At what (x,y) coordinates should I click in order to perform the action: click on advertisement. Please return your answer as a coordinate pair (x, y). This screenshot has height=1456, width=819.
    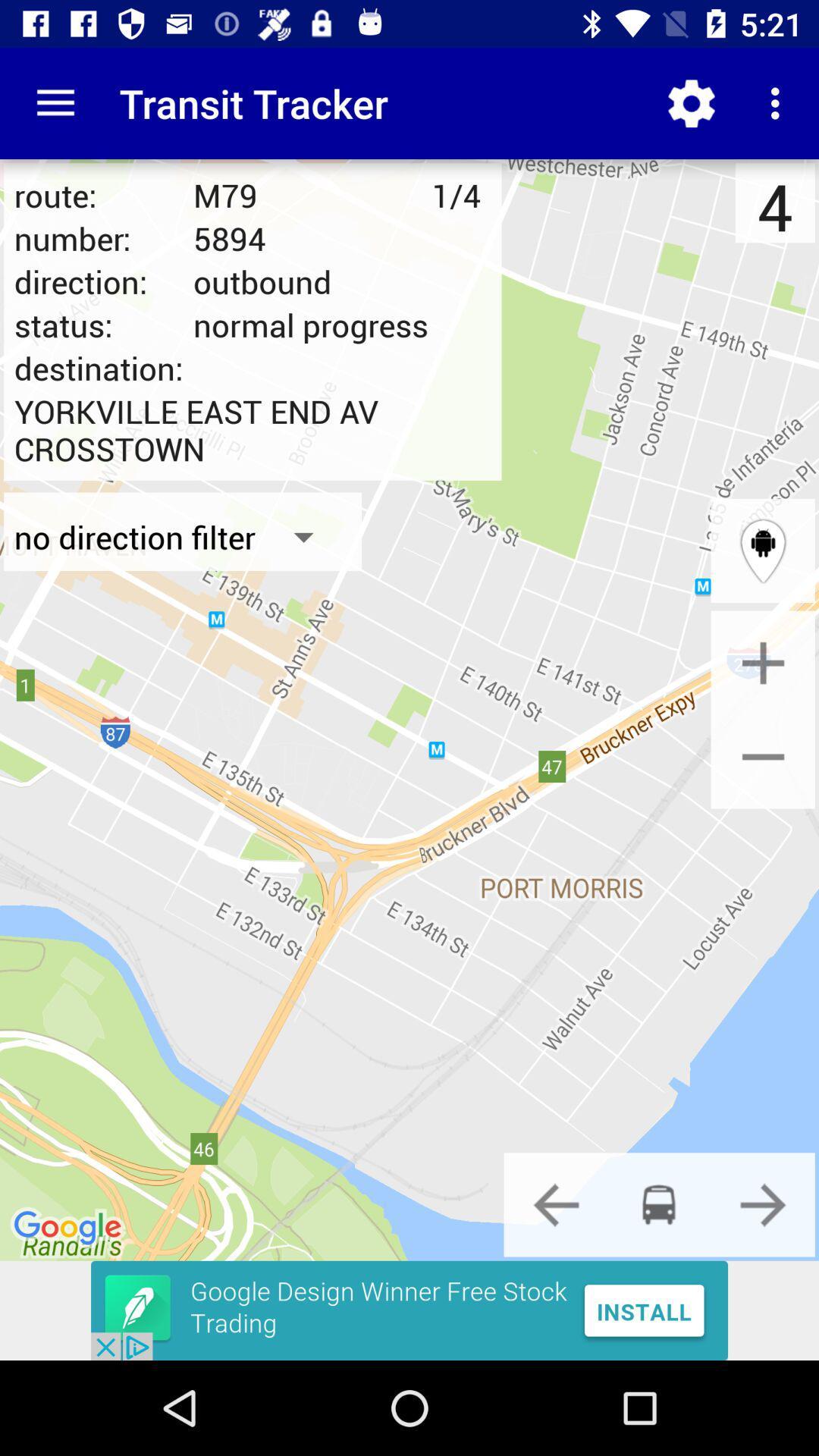
    Looking at the image, I should click on (409, 1310).